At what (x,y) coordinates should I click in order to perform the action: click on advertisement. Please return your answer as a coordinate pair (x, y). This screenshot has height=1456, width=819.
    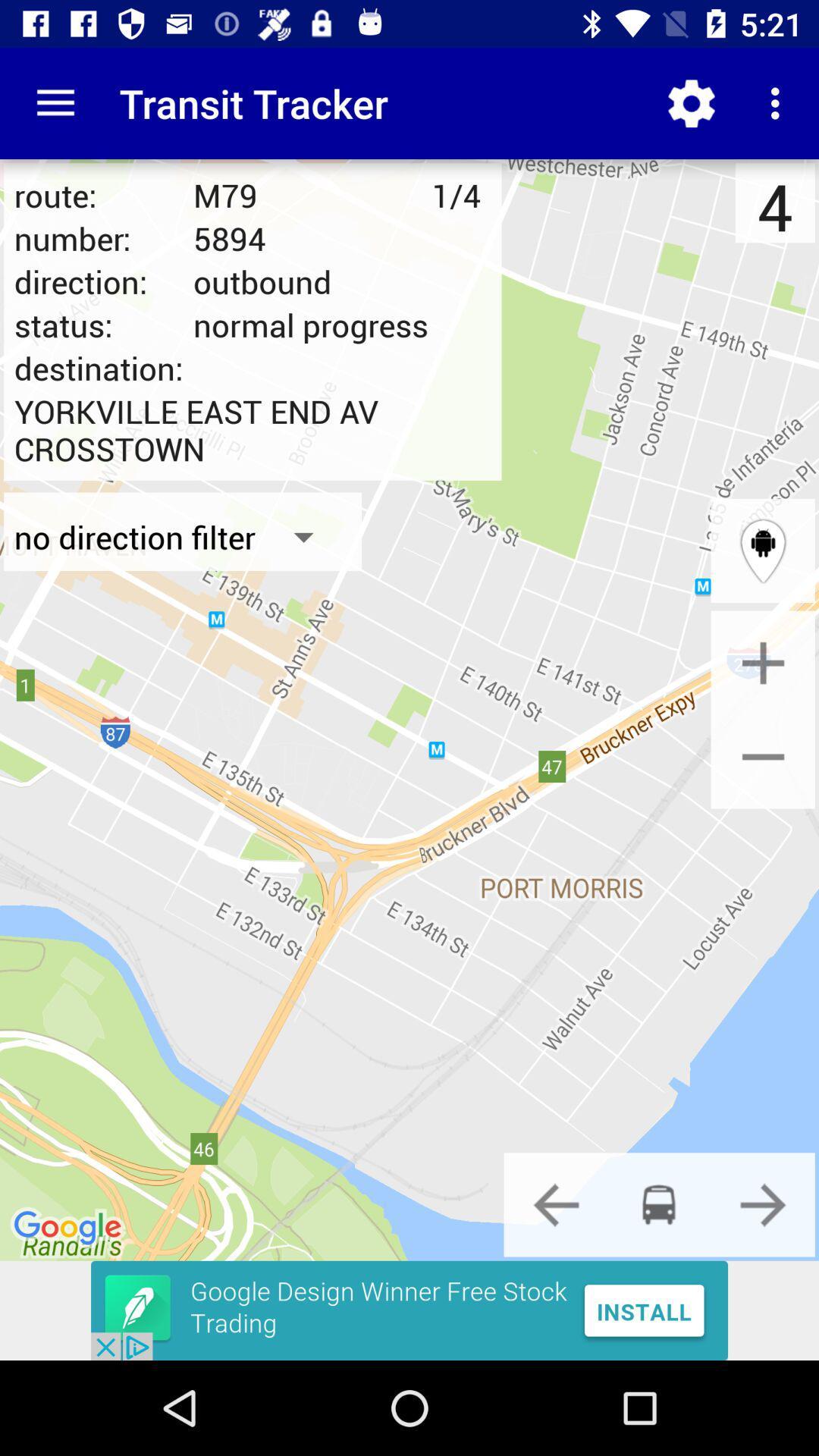
    Looking at the image, I should click on (409, 1310).